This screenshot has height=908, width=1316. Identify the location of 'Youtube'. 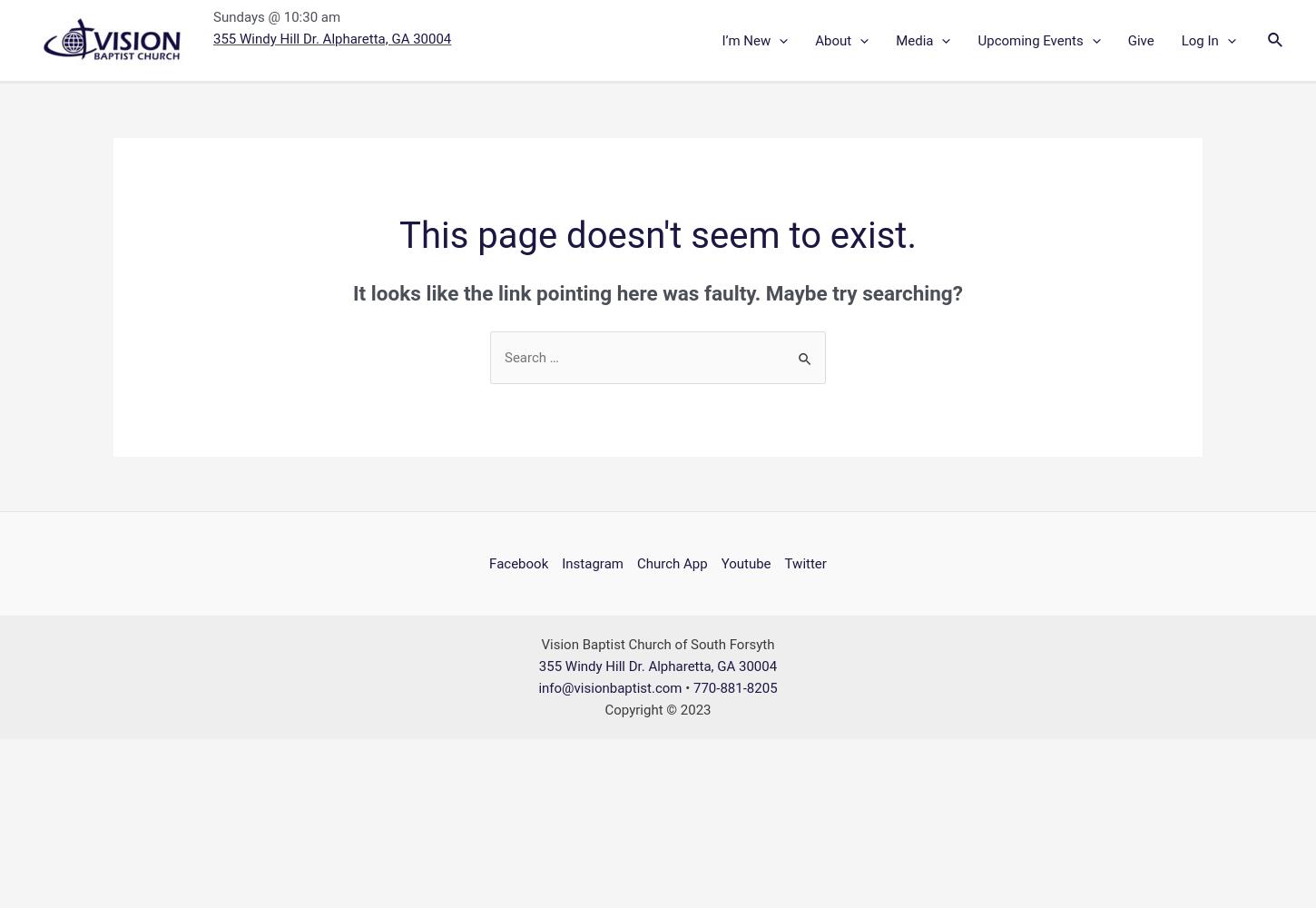
(721, 562).